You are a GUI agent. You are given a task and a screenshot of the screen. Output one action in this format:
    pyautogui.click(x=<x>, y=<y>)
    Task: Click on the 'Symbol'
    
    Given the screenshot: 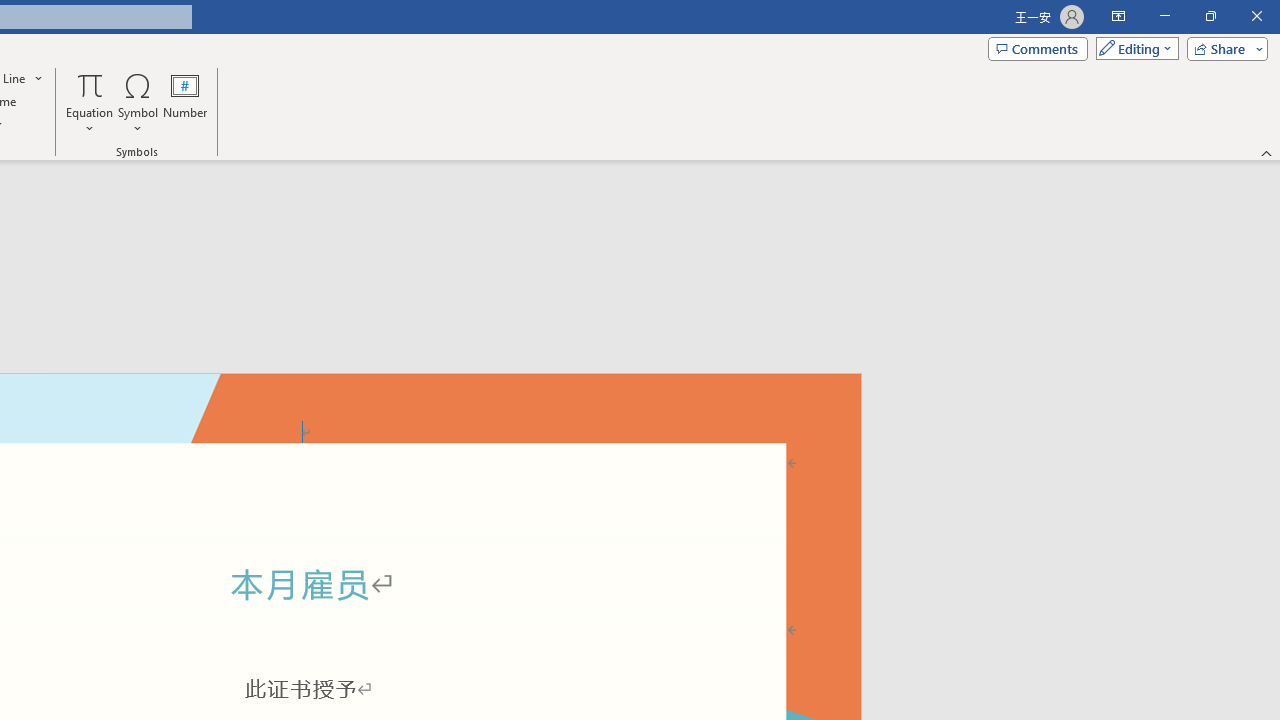 What is the action you would take?
    pyautogui.click(x=137, y=103)
    